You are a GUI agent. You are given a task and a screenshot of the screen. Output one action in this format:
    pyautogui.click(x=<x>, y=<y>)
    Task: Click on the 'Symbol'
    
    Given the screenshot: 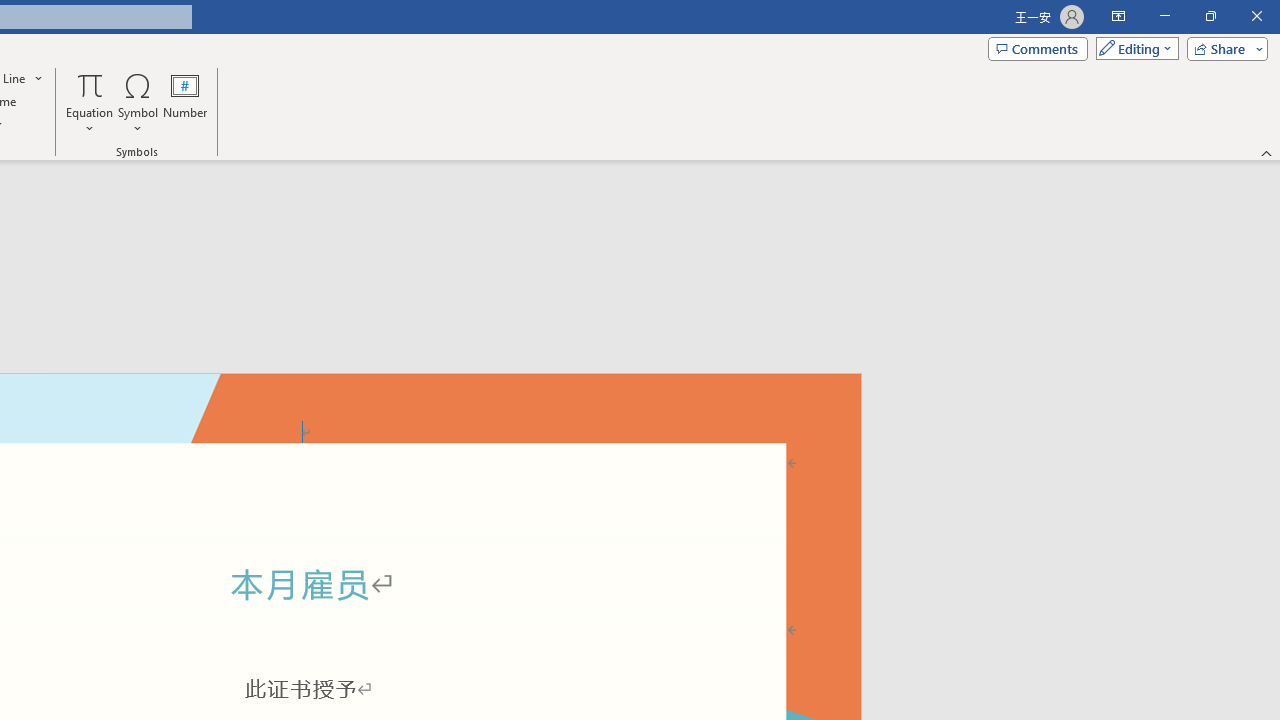 What is the action you would take?
    pyautogui.click(x=137, y=103)
    